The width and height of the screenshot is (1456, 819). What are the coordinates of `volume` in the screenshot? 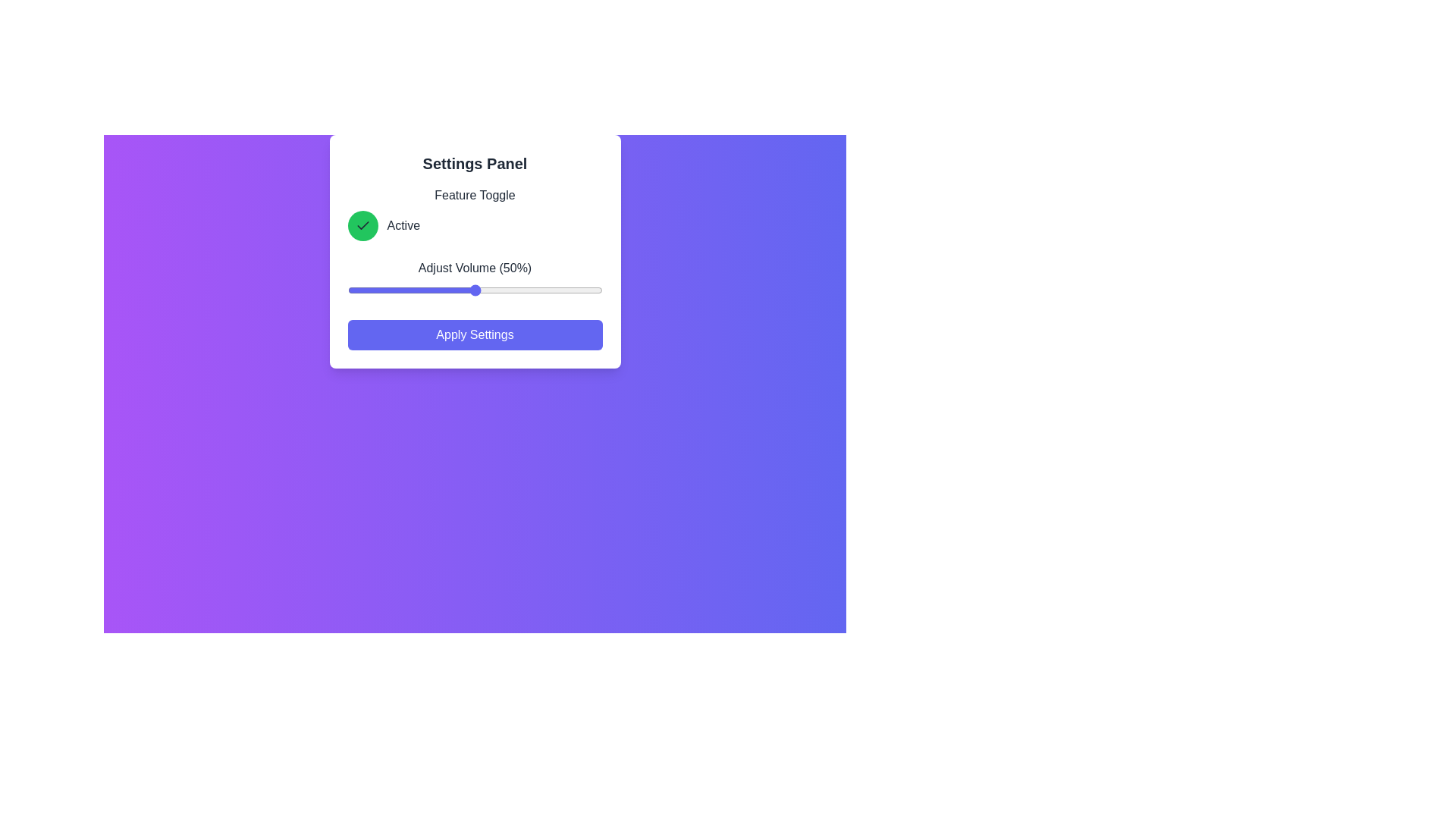 It's located at (558, 290).